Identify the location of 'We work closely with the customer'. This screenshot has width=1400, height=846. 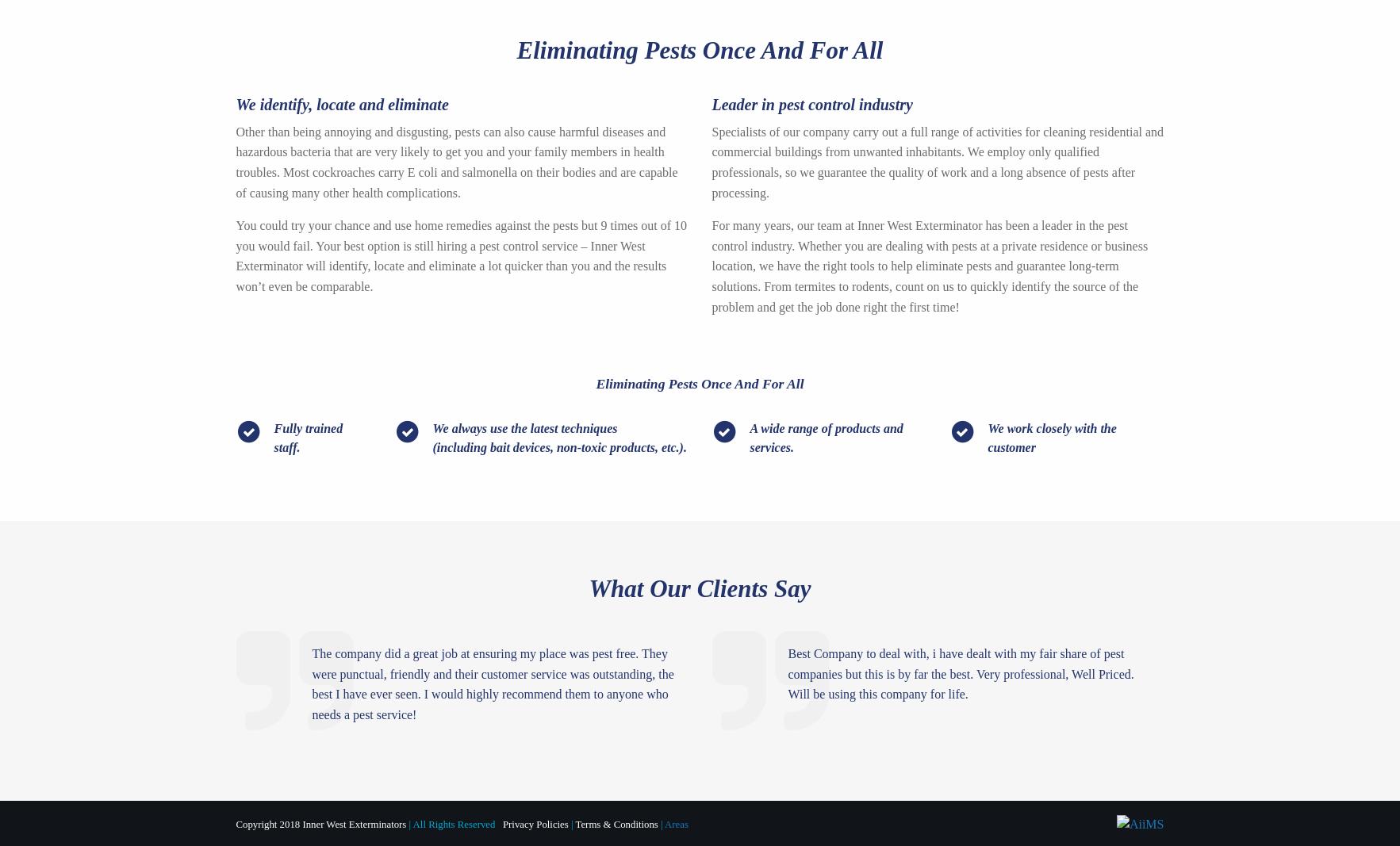
(1052, 437).